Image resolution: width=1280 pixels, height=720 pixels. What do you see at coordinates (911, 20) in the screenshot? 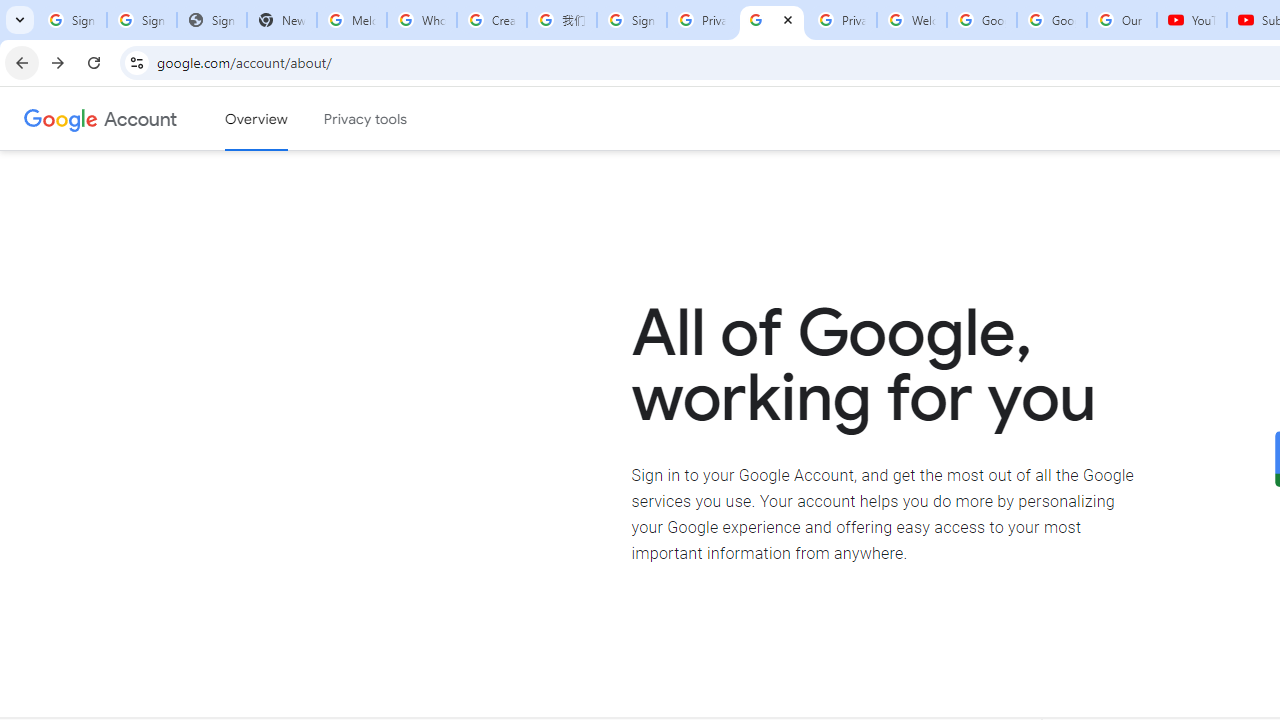
I see `'Welcome to My Activity'` at bounding box center [911, 20].